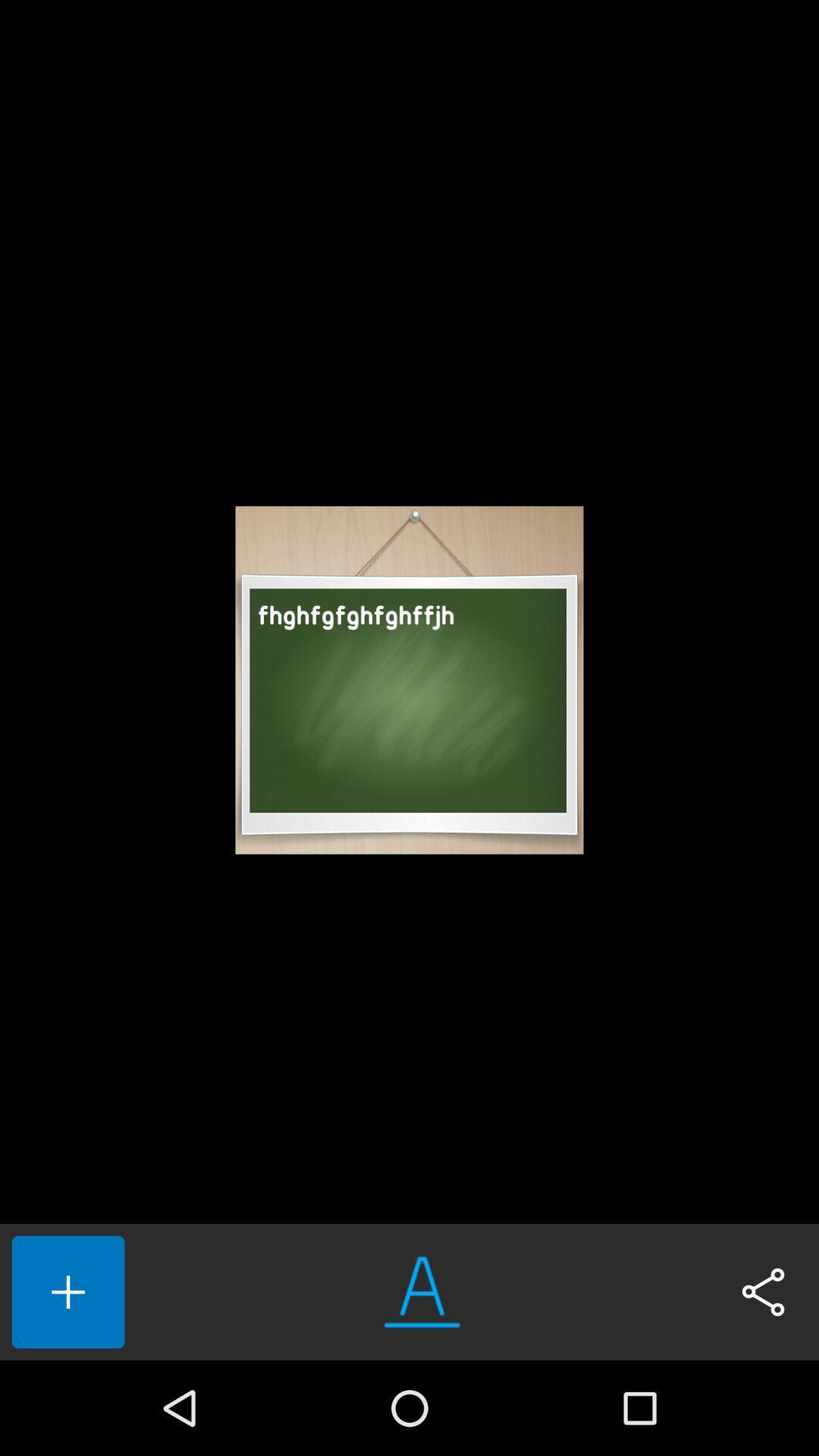  What do you see at coordinates (763, 1291) in the screenshot?
I see `the share icon` at bounding box center [763, 1291].